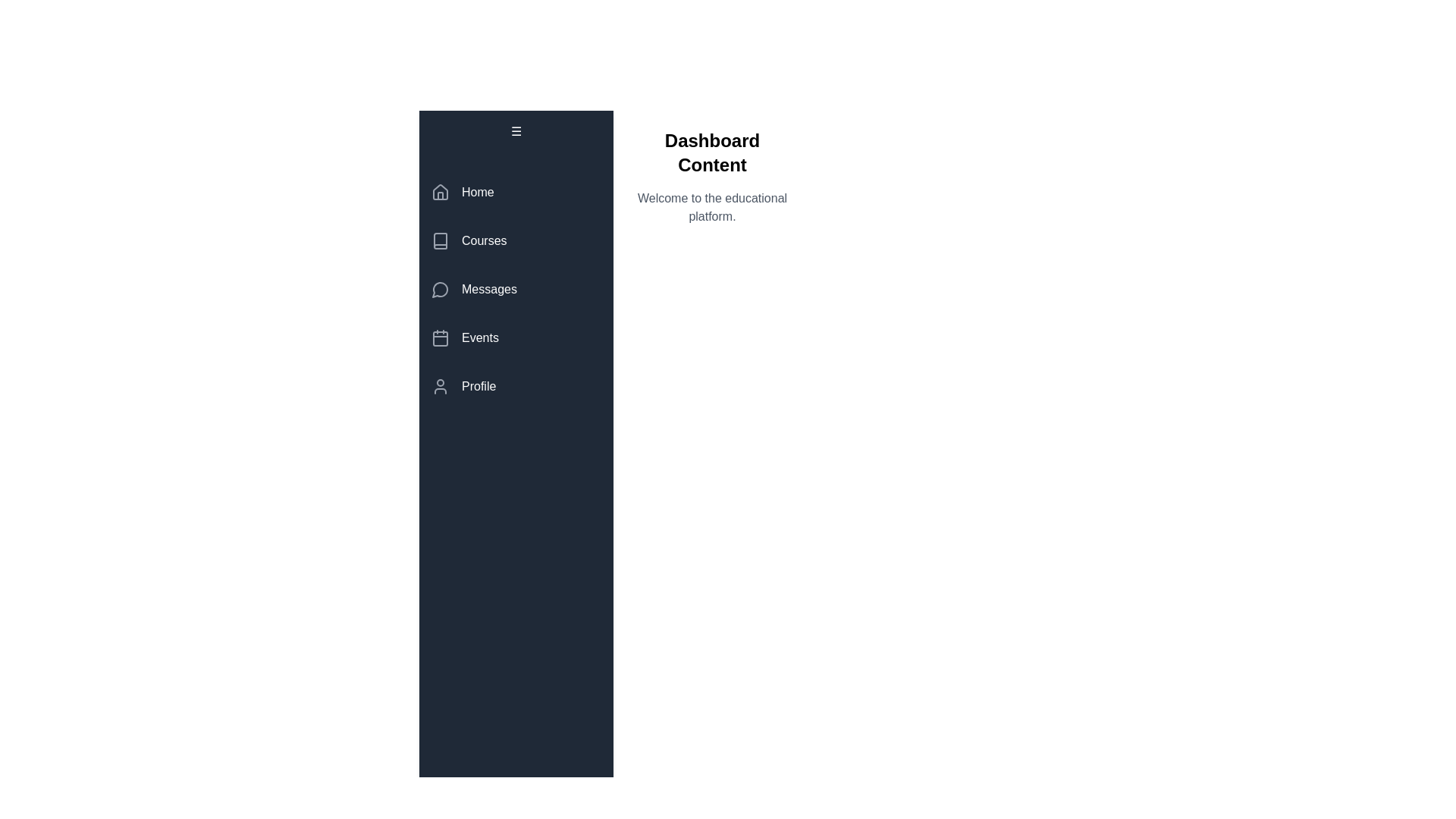  Describe the element at coordinates (516, 192) in the screenshot. I see `the menu item labeled Home to observe visual feedback` at that location.